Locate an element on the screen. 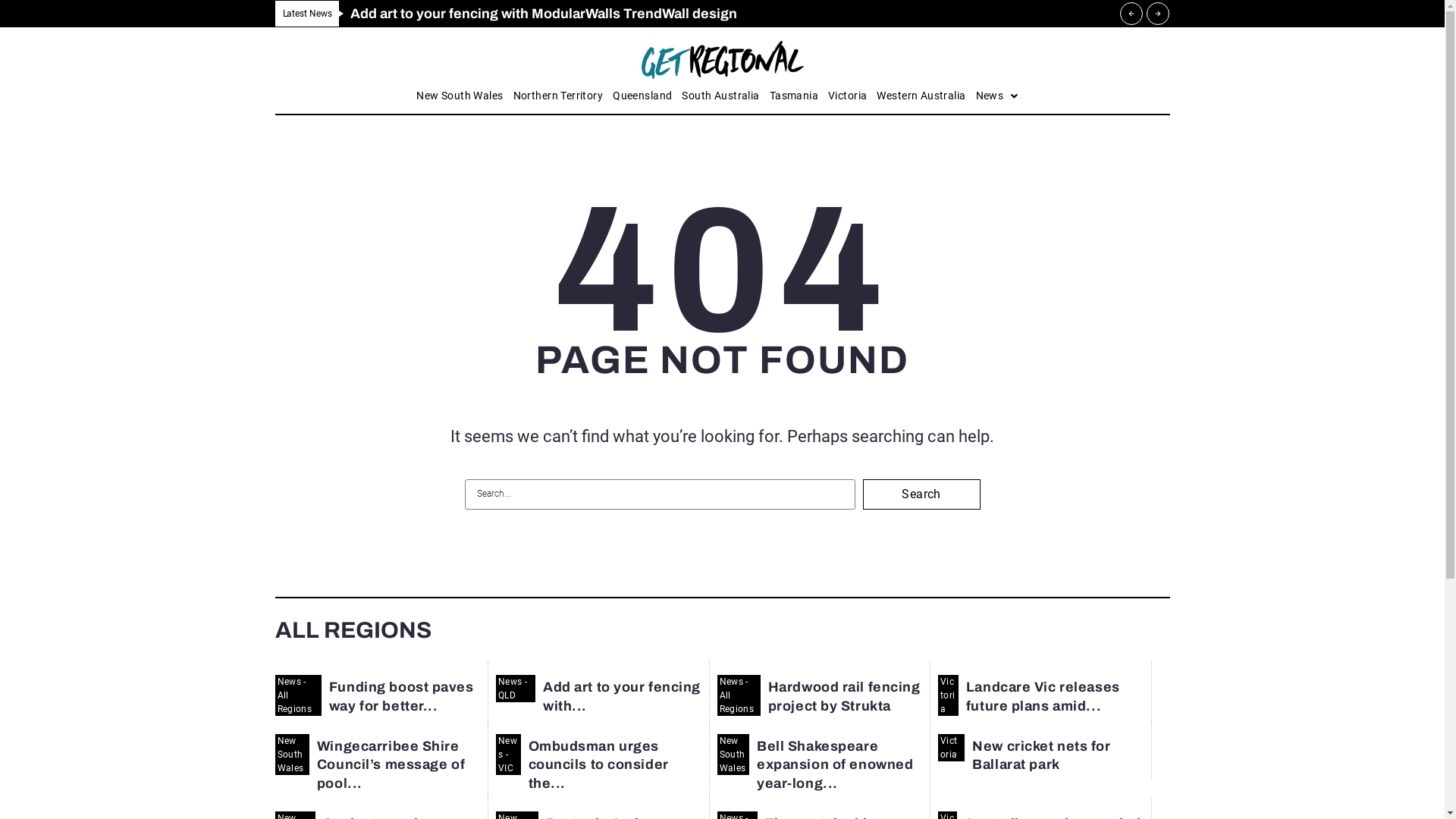 Image resolution: width=1456 pixels, height=819 pixels. 'Tasmania' is located at coordinates (769, 96).